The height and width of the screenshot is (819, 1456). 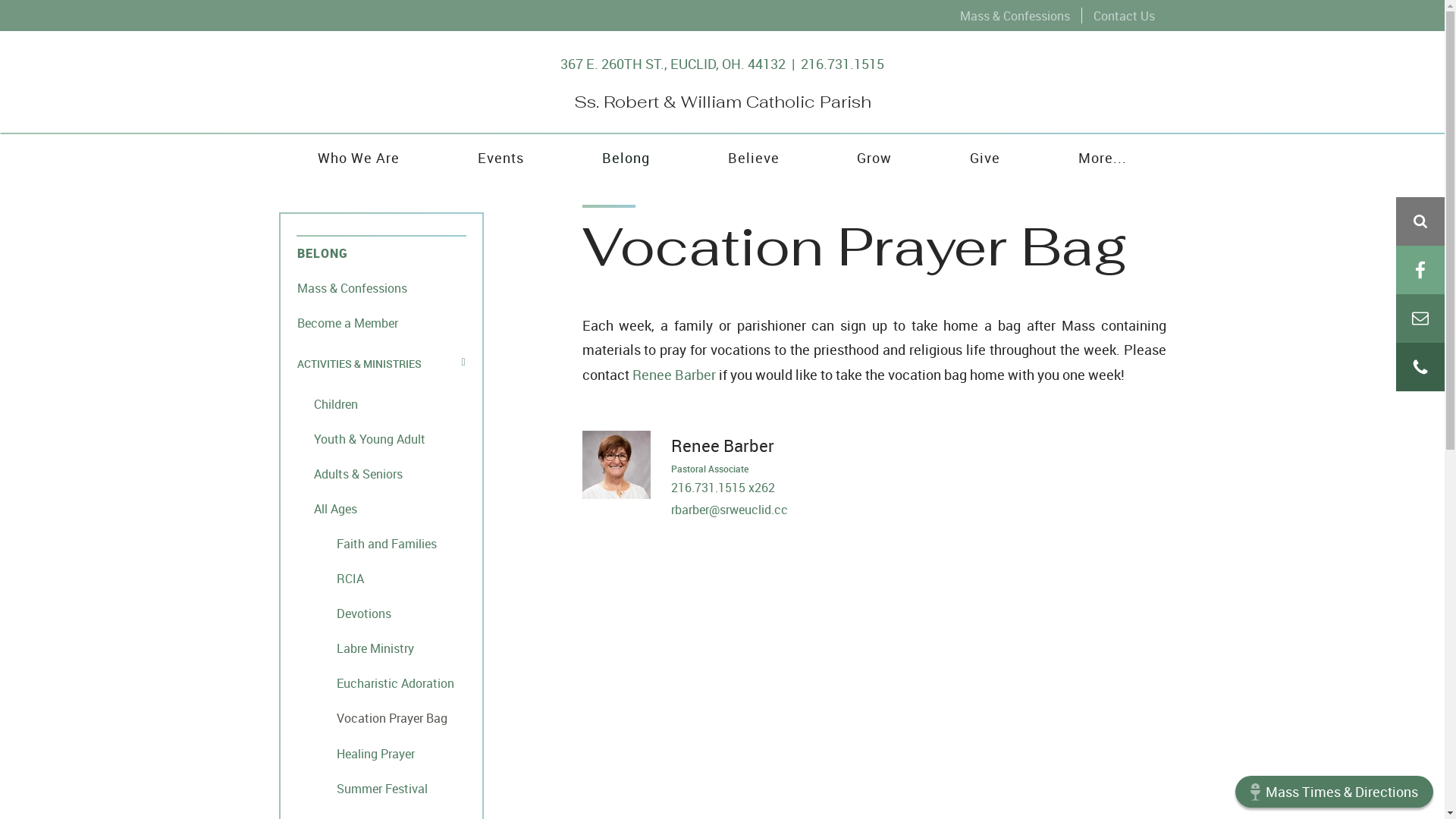 I want to click on 'Who We Are', so click(x=279, y=157).